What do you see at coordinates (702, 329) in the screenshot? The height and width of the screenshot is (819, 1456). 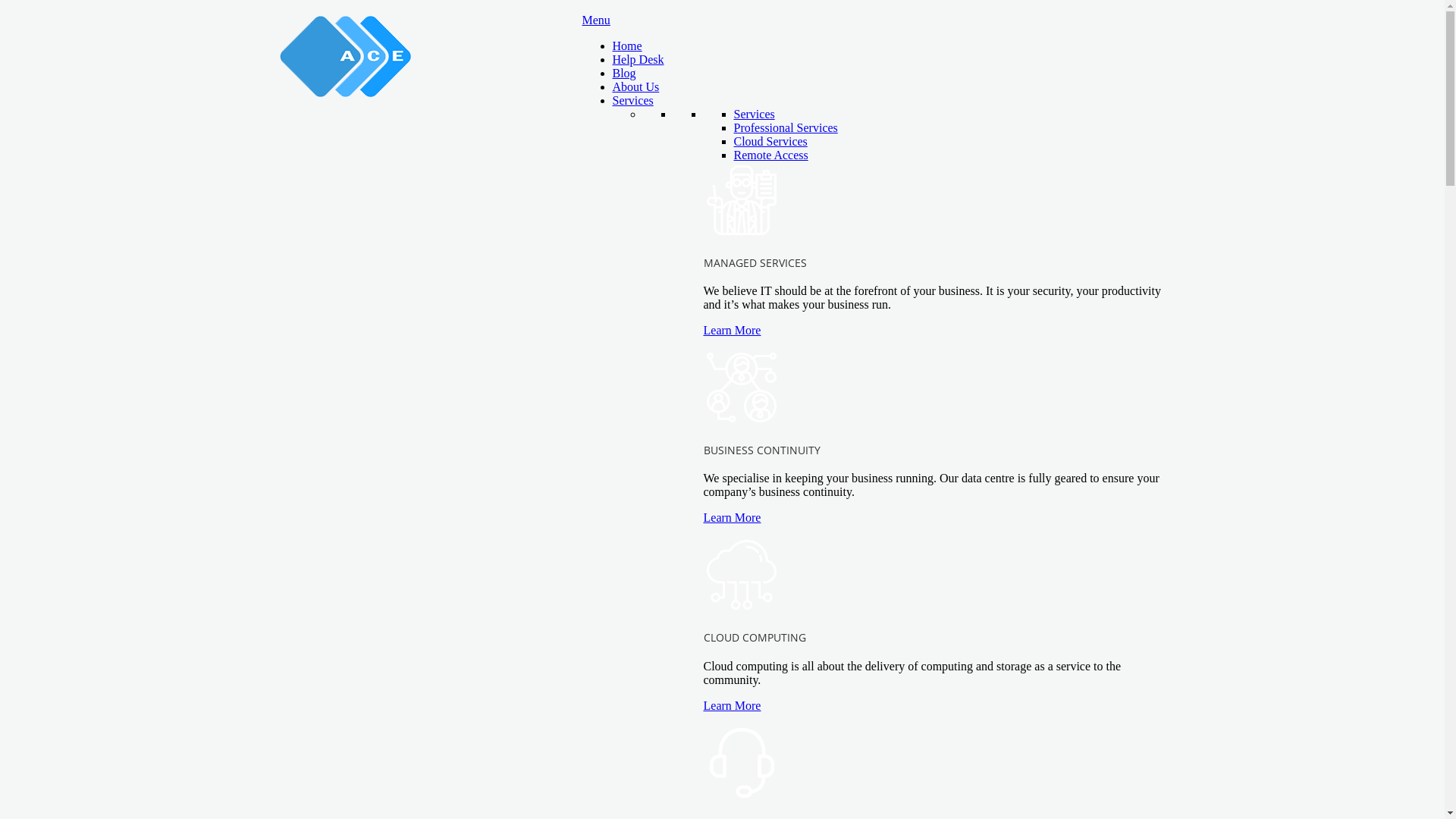 I see `'Learn More'` at bounding box center [702, 329].